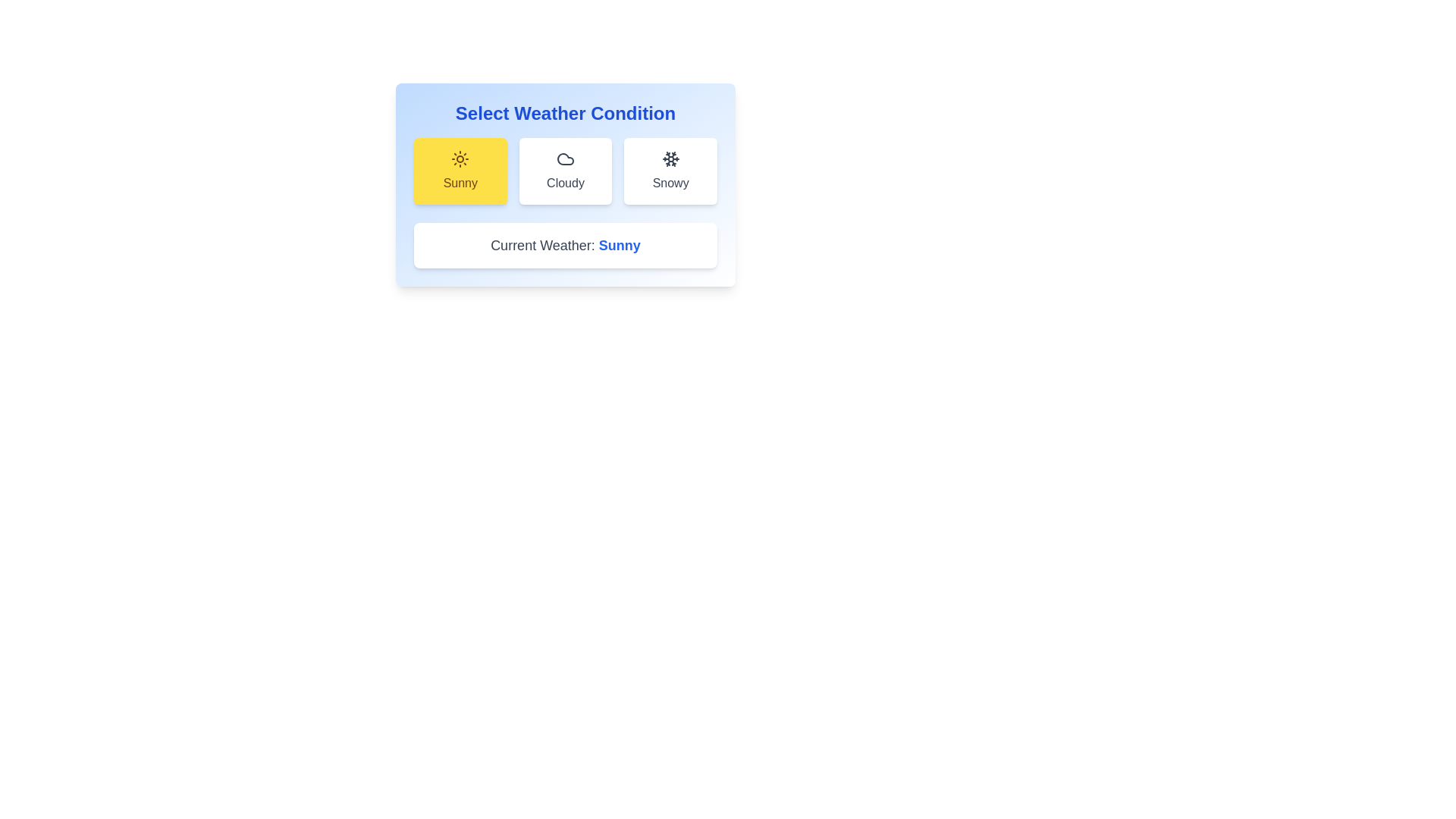  Describe the element at coordinates (670, 171) in the screenshot. I see `the 'Snowy' weather condition card, which is the third card in a horizontal layout located in the top-right section of the interface` at that location.